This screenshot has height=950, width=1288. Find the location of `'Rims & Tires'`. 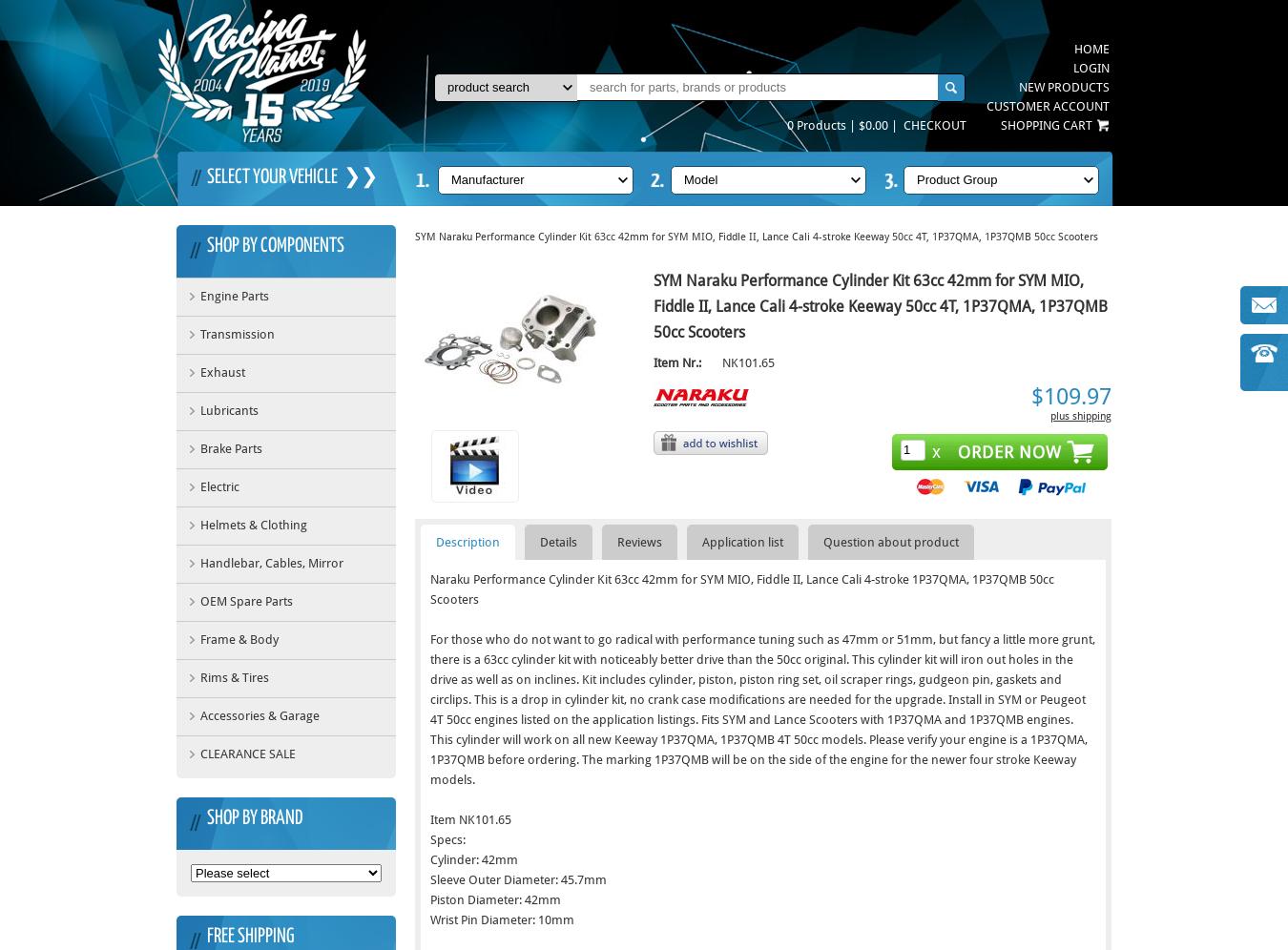

'Rims & Tires' is located at coordinates (233, 676).